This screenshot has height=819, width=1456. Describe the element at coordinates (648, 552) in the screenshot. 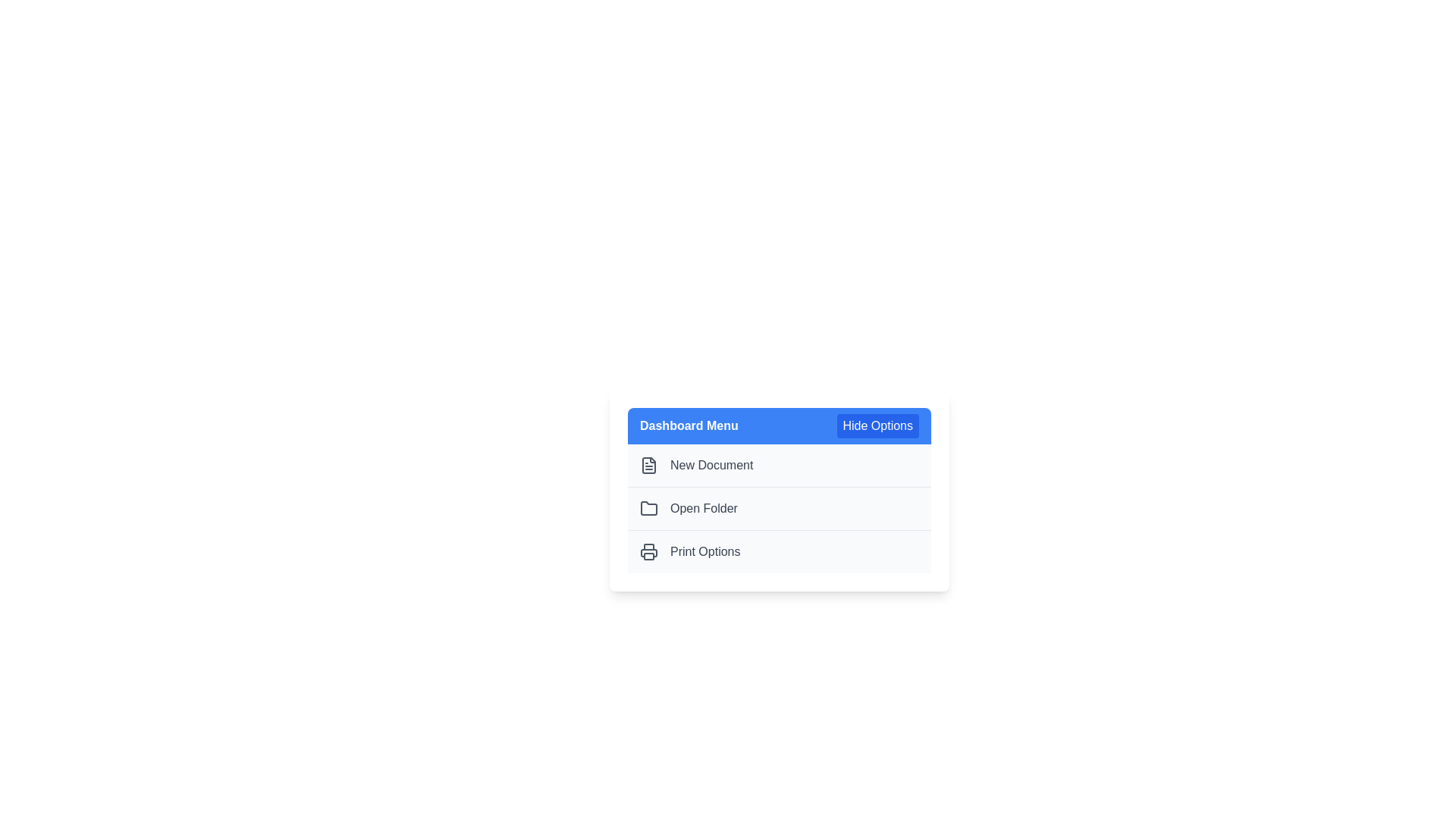

I see `the printer icon, which is styled in a minimalist outline format, located below the 'Dashboard Menu' header and grouped with other icons and labels` at that location.